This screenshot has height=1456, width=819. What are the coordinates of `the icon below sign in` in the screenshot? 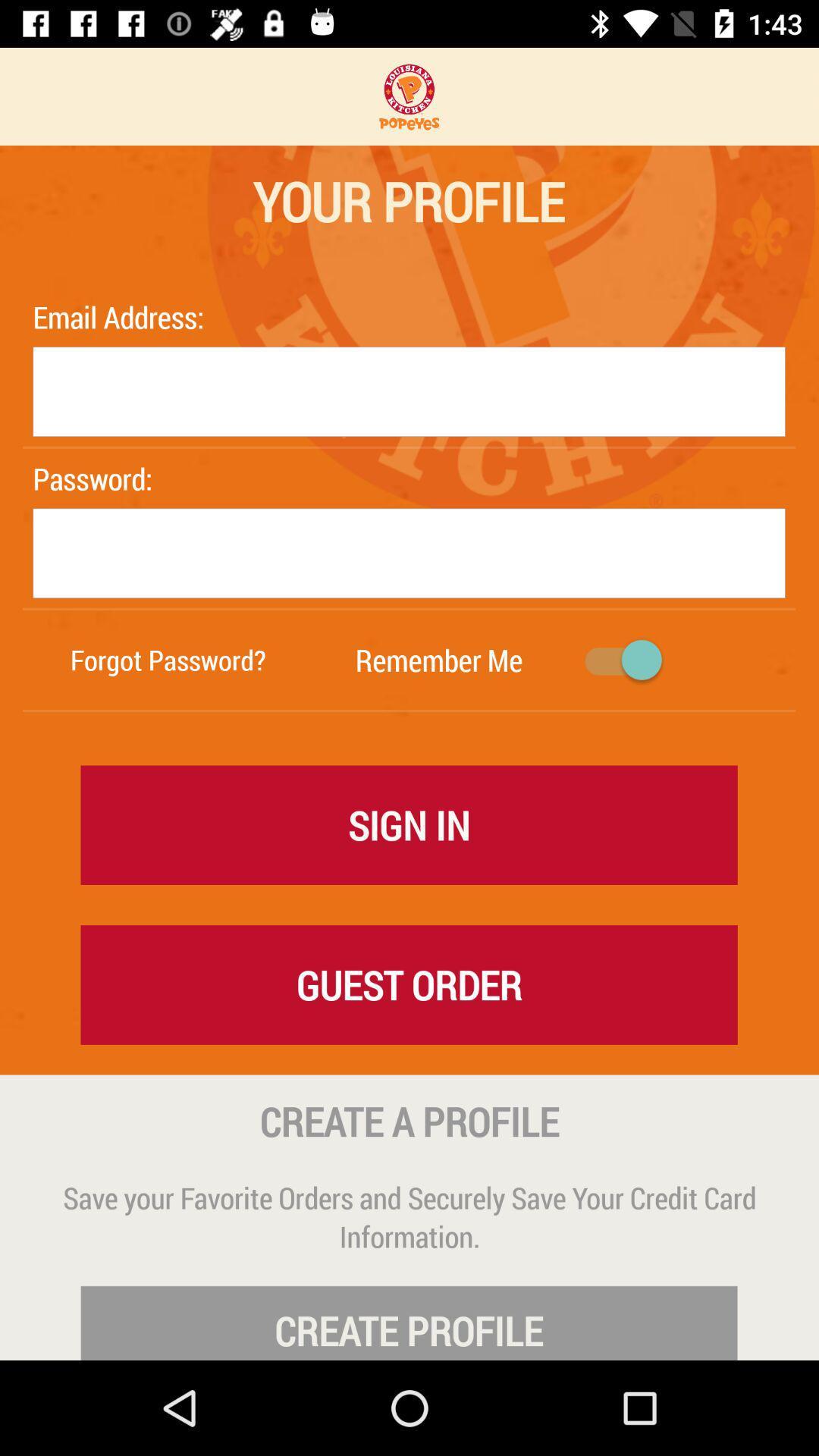 It's located at (408, 984).